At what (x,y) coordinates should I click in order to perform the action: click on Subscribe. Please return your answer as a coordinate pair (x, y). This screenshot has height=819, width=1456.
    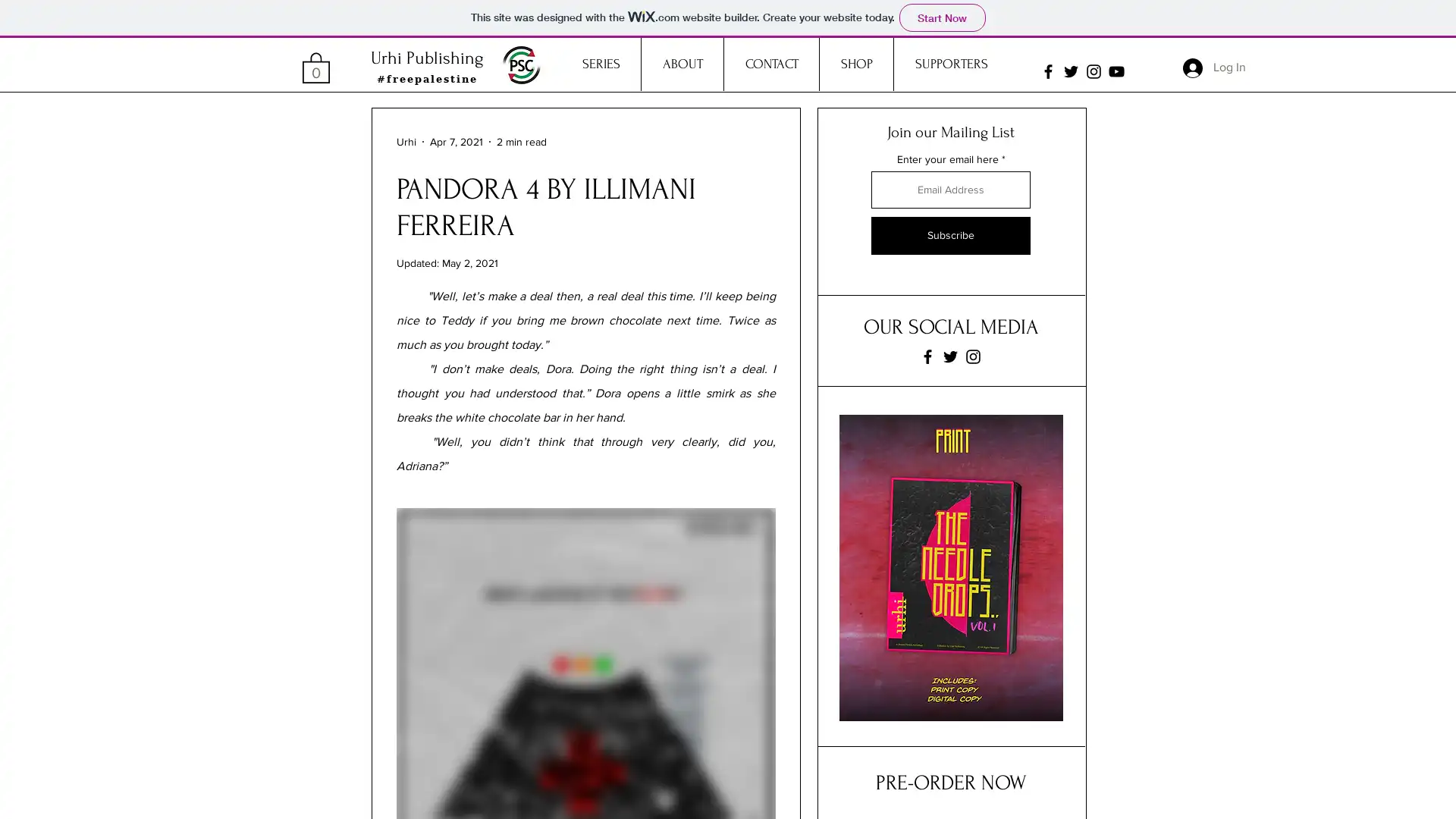
    Looking at the image, I should click on (949, 236).